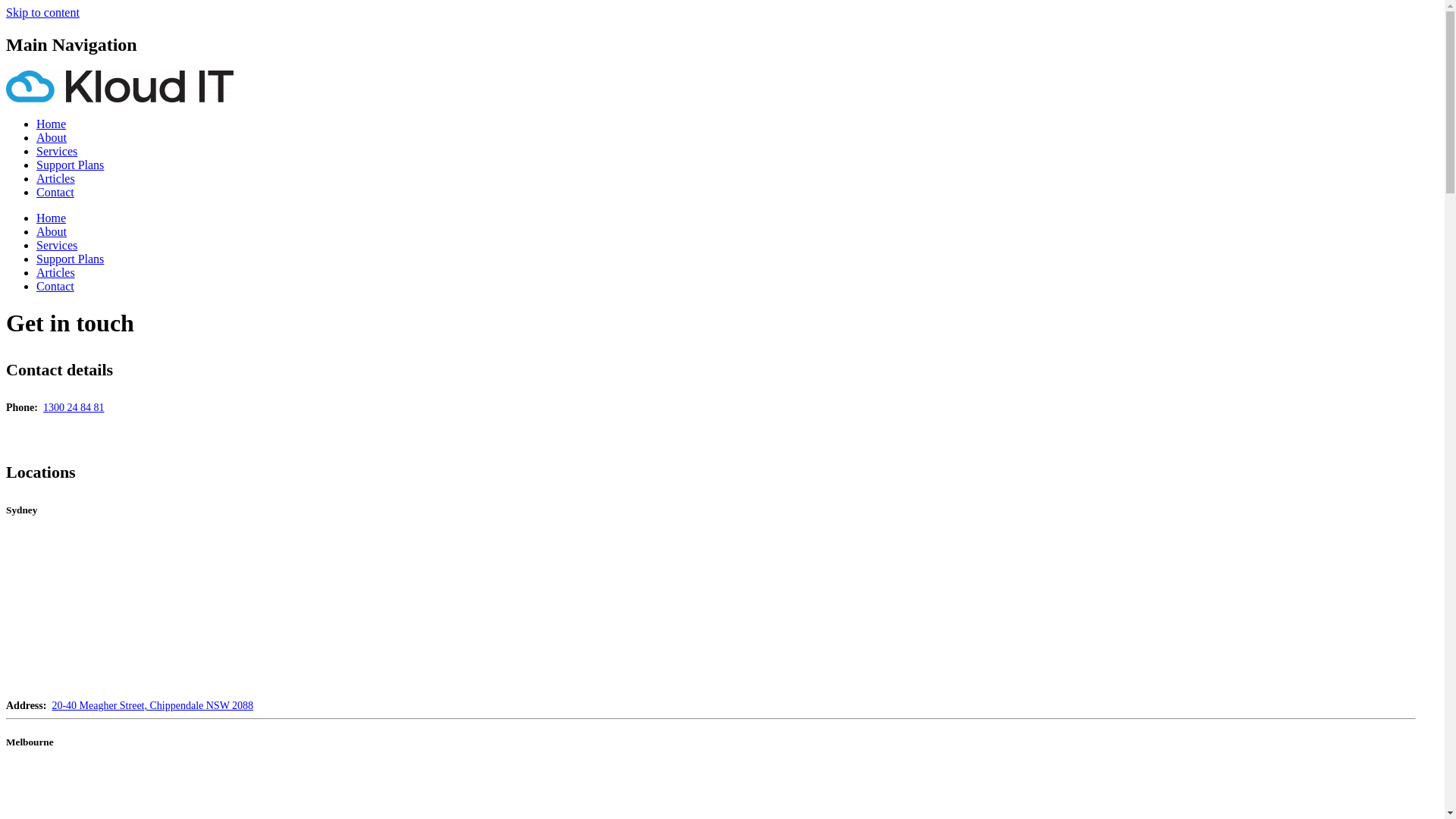 This screenshot has height=819, width=1456. What do you see at coordinates (36, 137) in the screenshot?
I see `'About'` at bounding box center [36, 137].